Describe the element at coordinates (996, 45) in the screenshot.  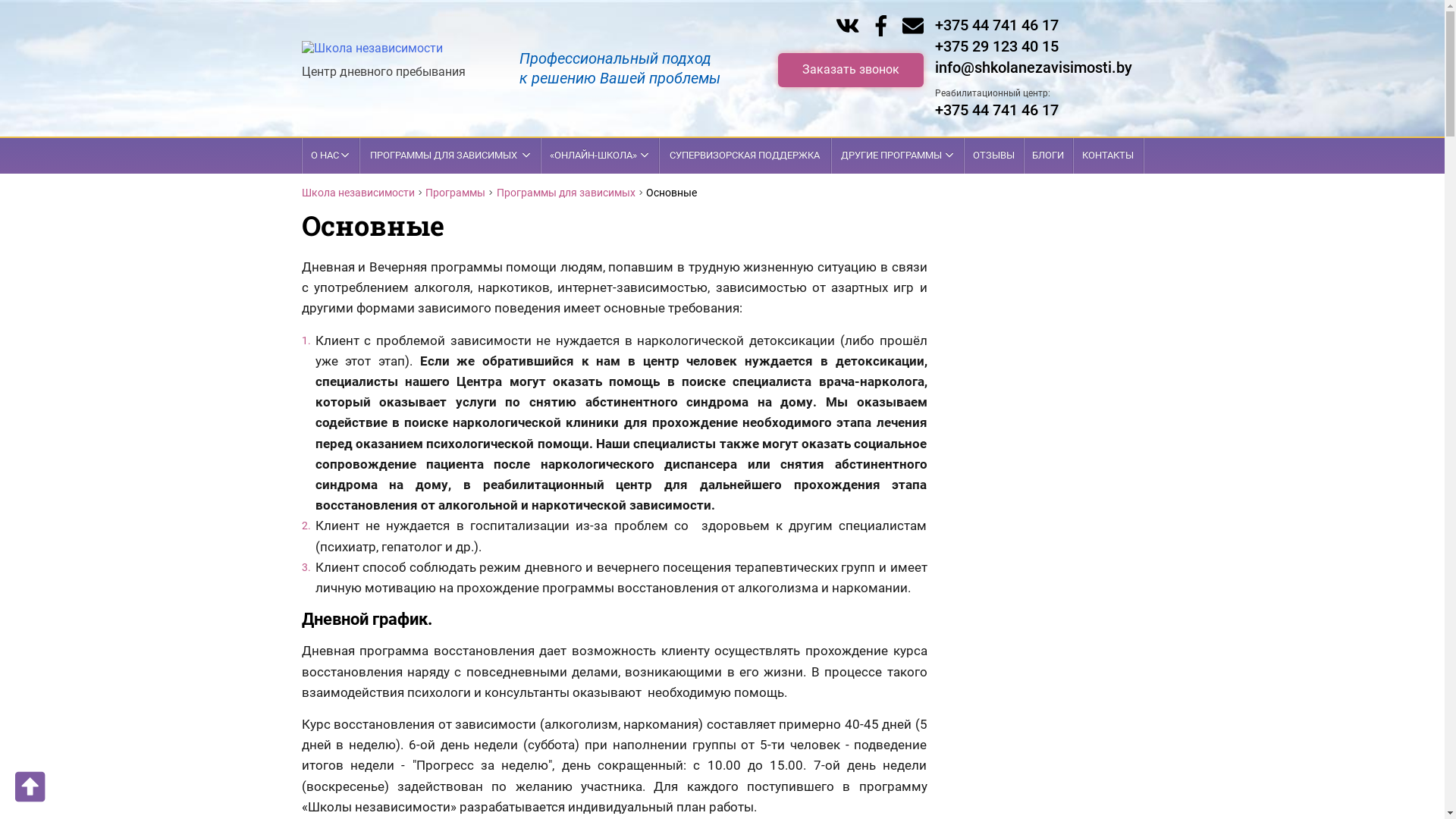
I see `'+375 29 123 40 15'` at that location.